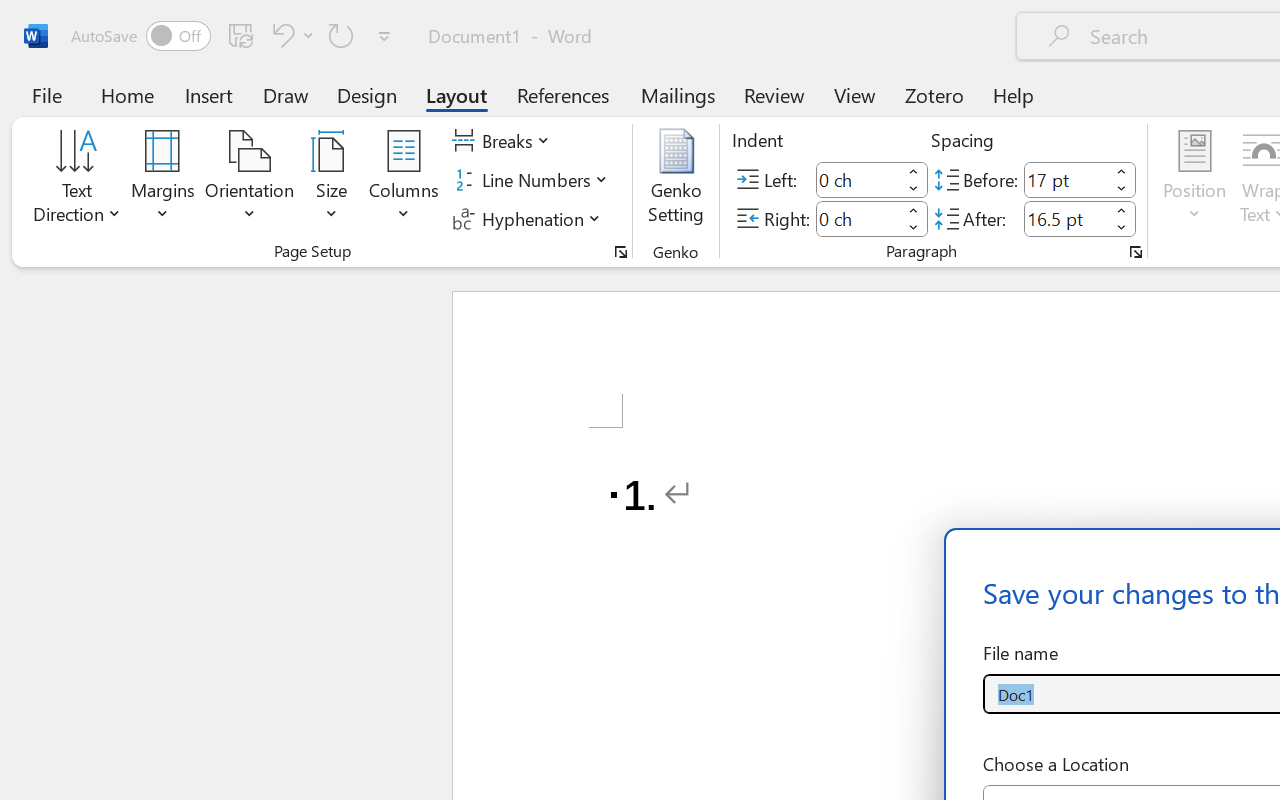  What do you see at coordinates (1121, 227) in the screenshot?
I see `'Less'` at bounding box center [1121, 227].